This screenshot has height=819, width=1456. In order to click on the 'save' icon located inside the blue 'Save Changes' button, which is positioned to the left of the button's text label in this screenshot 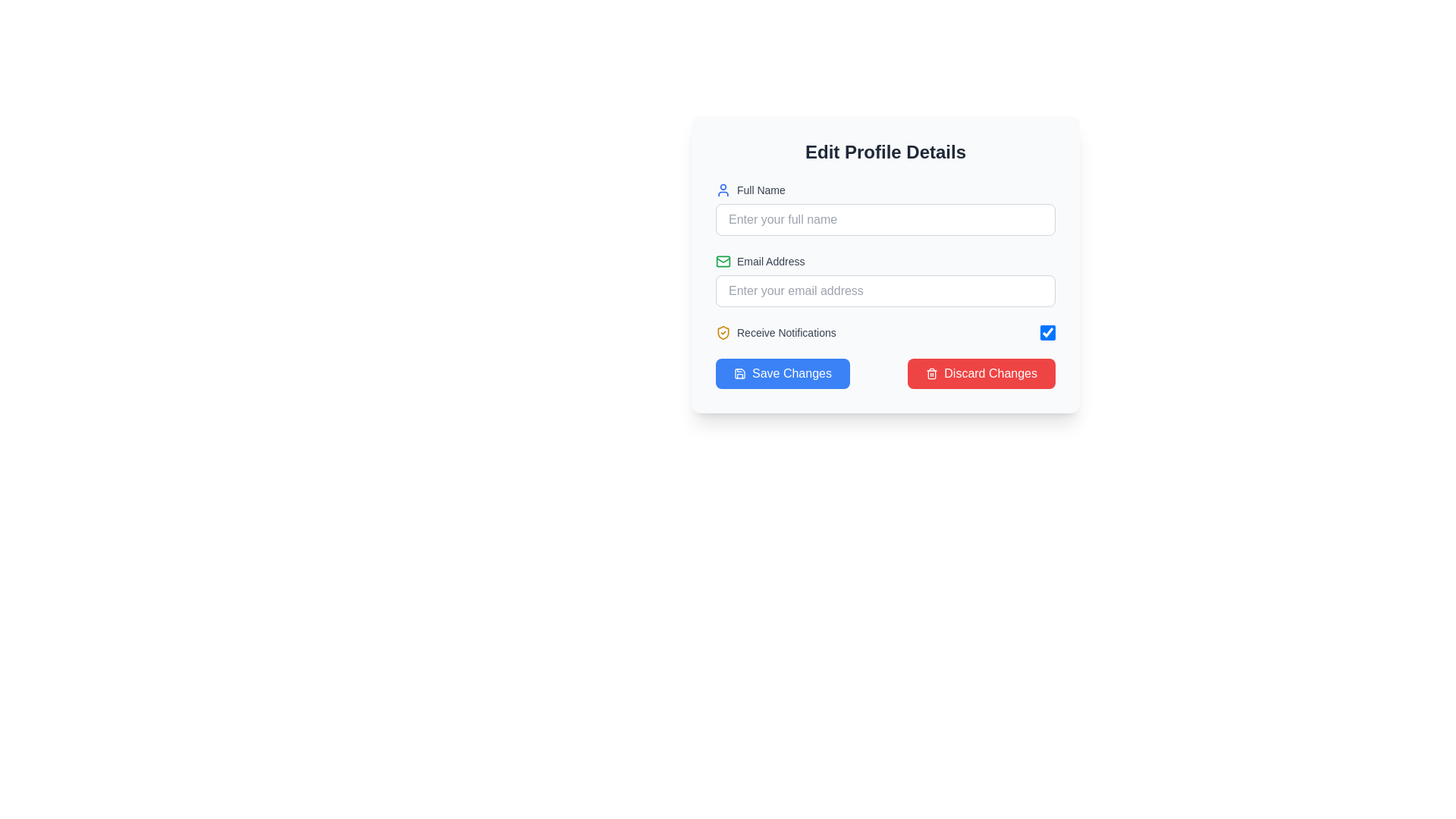, I will do `click(739, 374)`.